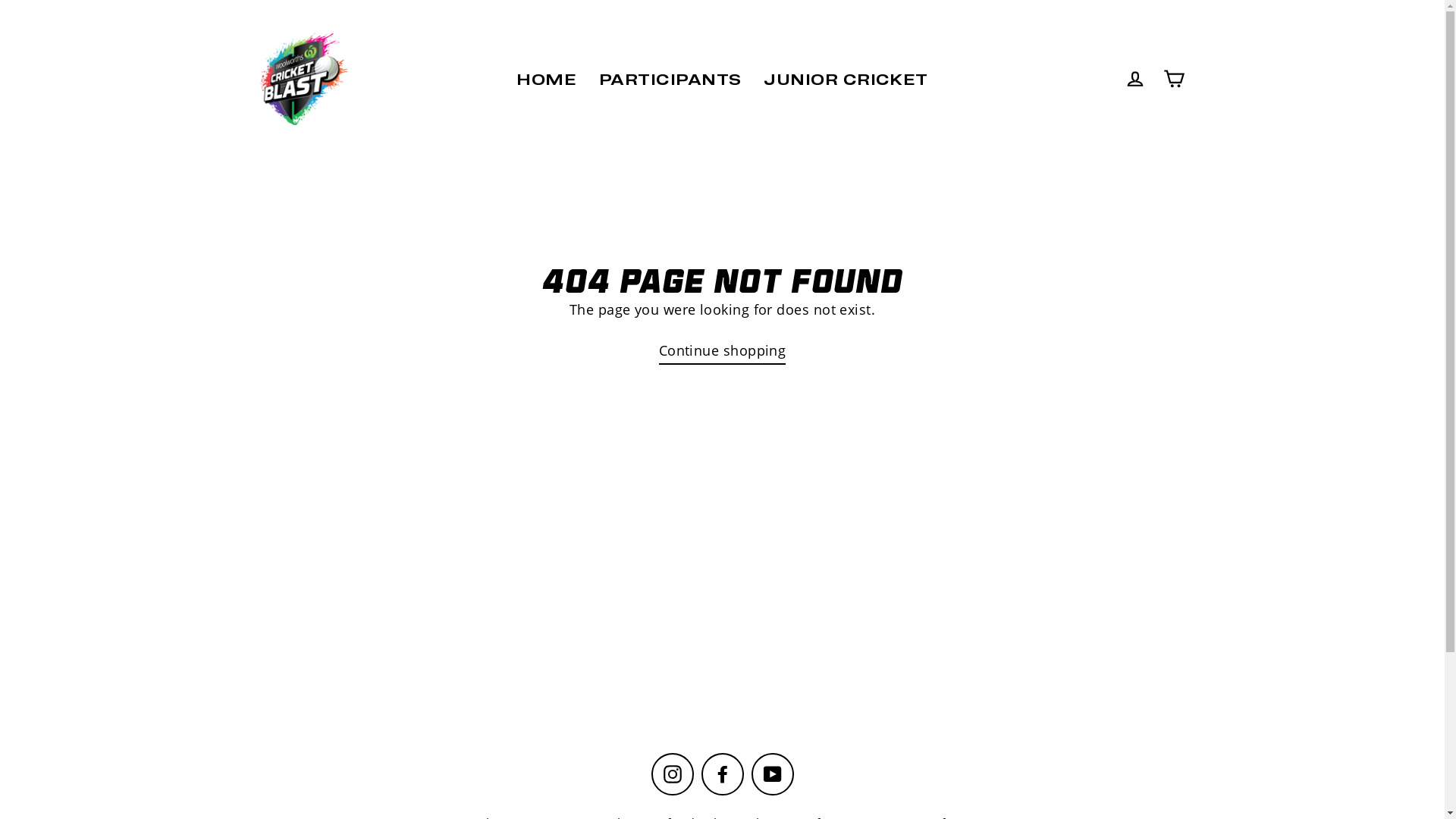  Describe the element at coordinates (720, 774) in the screenshot. I see `'Facebook'` at that location.